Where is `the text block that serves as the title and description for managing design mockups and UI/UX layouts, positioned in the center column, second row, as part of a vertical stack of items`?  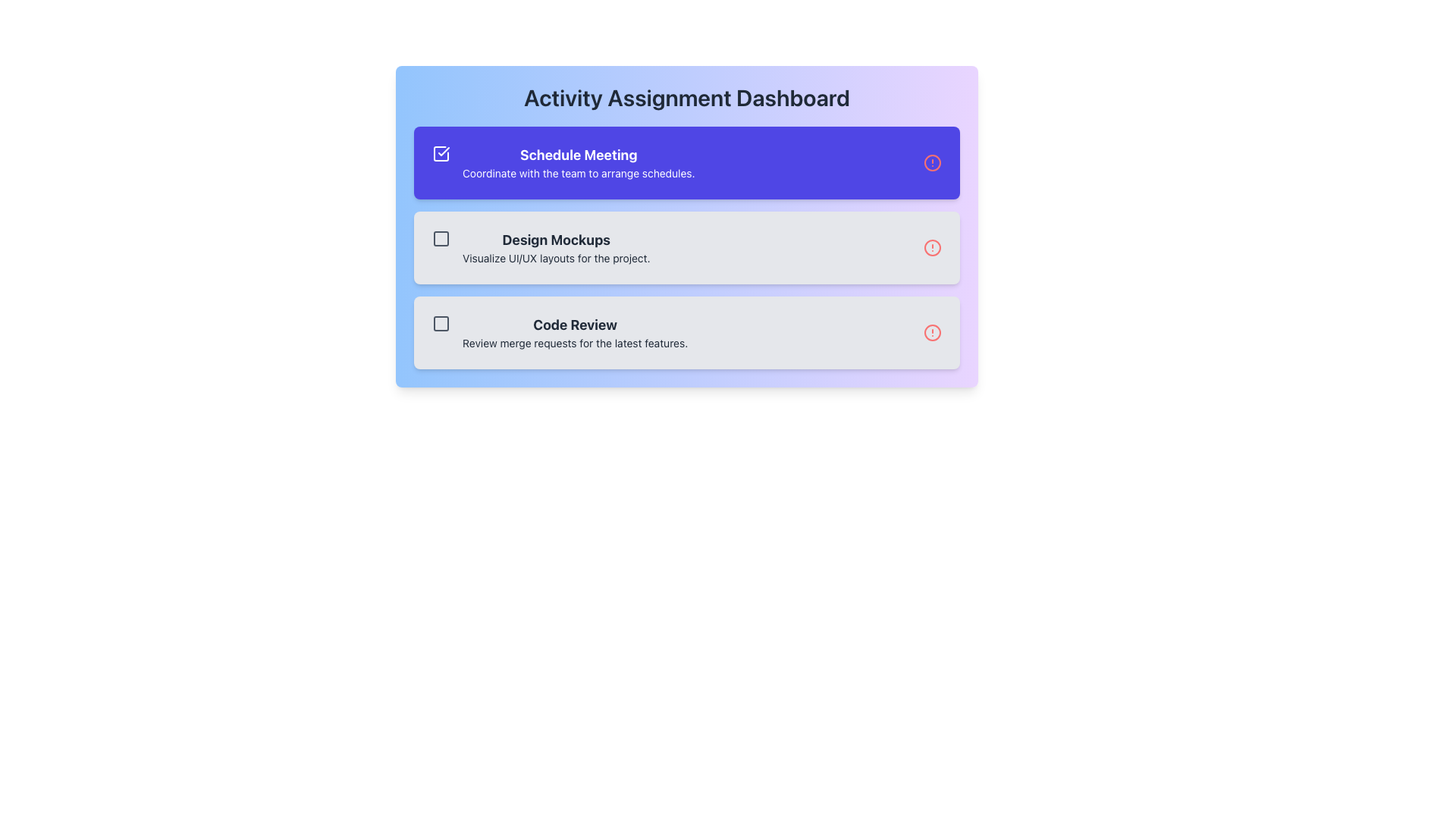 the text block that serves as the title and description for managing design mockups and UI/UX layouts, positioned in the center column, second row, as part of a vertical stack of items is located at coordinates (555, 247).